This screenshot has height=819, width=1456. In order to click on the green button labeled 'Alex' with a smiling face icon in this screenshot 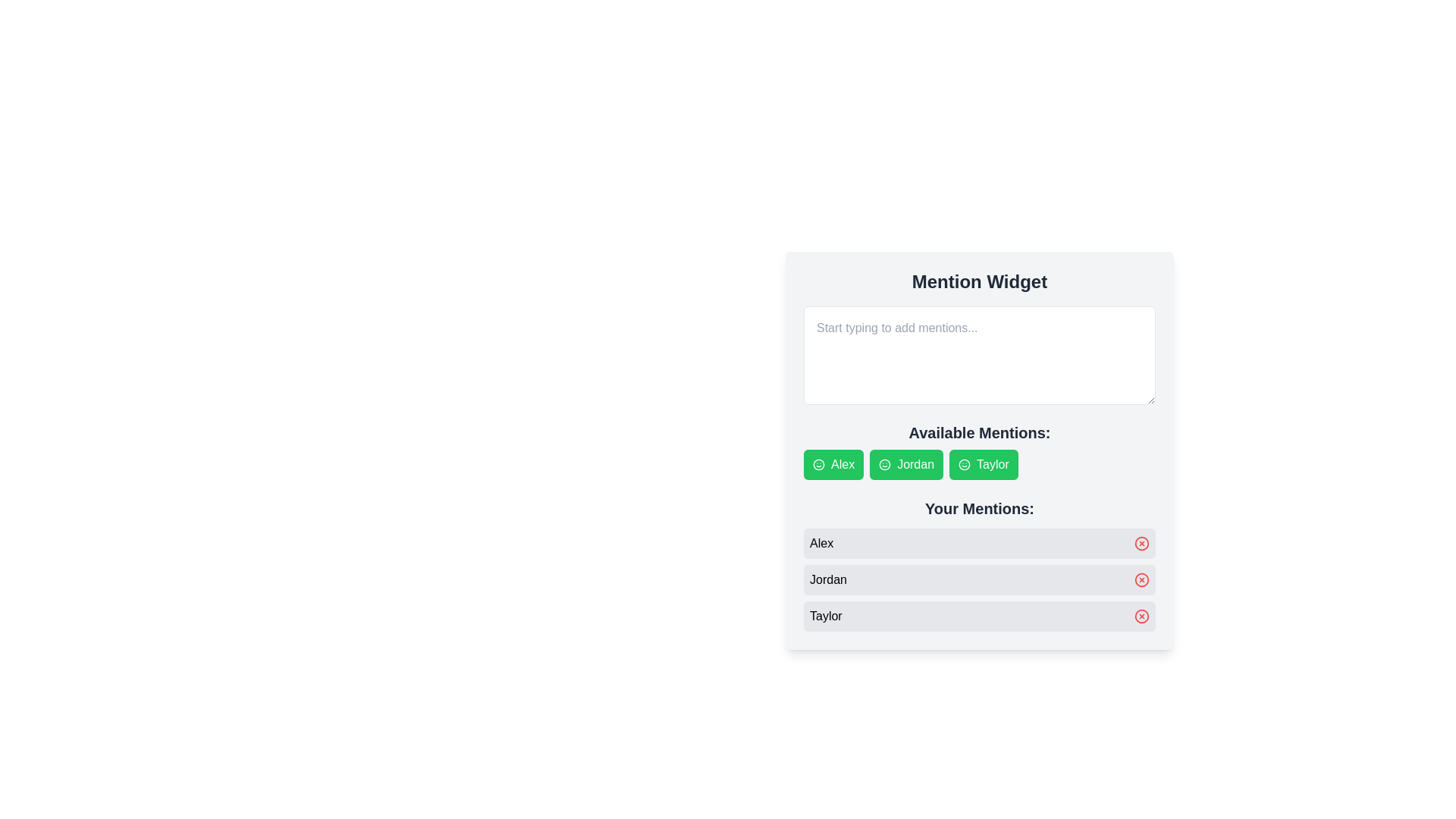, I will do `click(833, 464)`.